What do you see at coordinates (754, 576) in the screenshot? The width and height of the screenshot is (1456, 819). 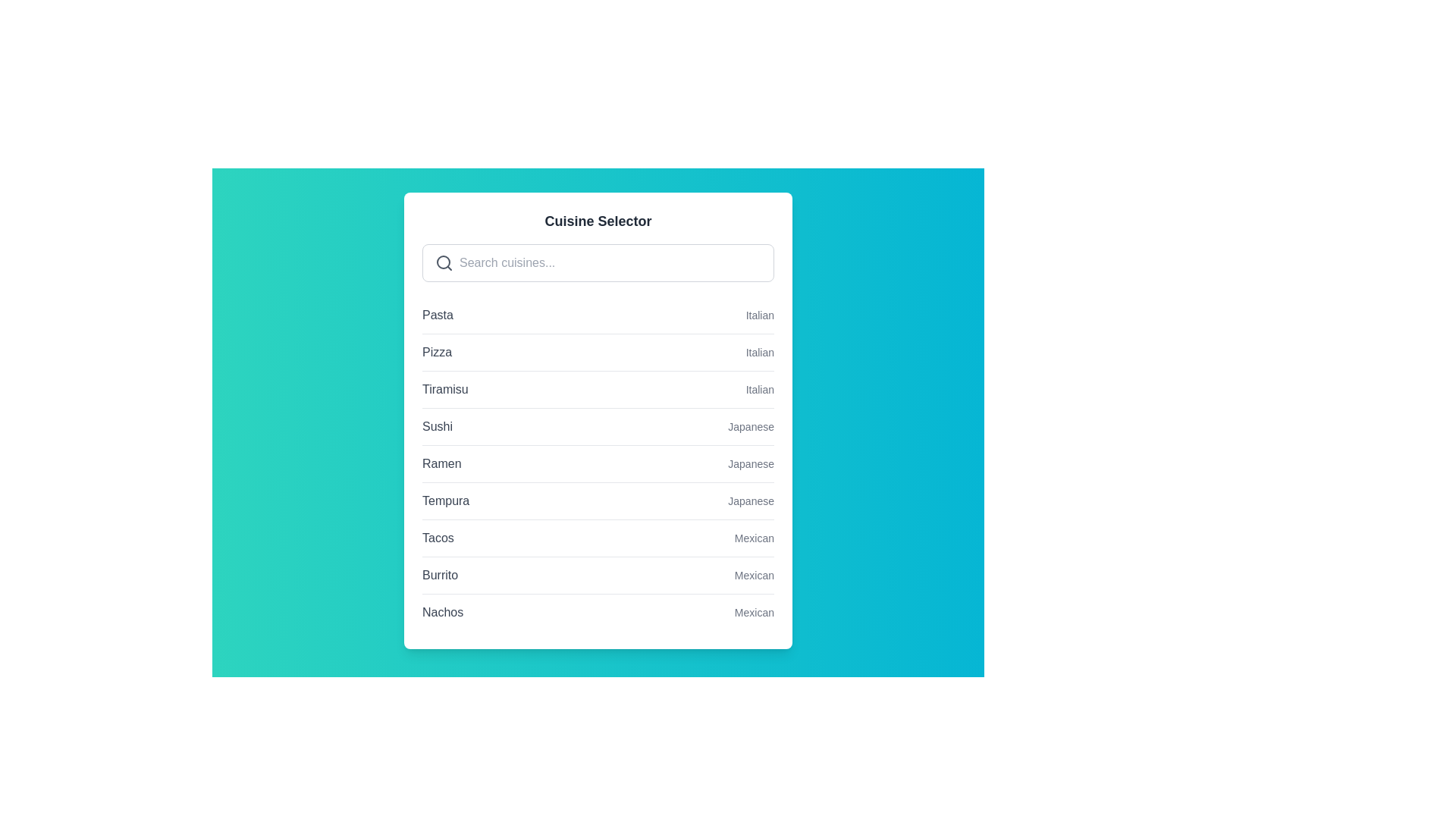 I see `the static text label reading 'Mexican', which is styled in gray and positioned to the right of 'Burrito' in the bottom row of the list` at bounding box center [754, 576].